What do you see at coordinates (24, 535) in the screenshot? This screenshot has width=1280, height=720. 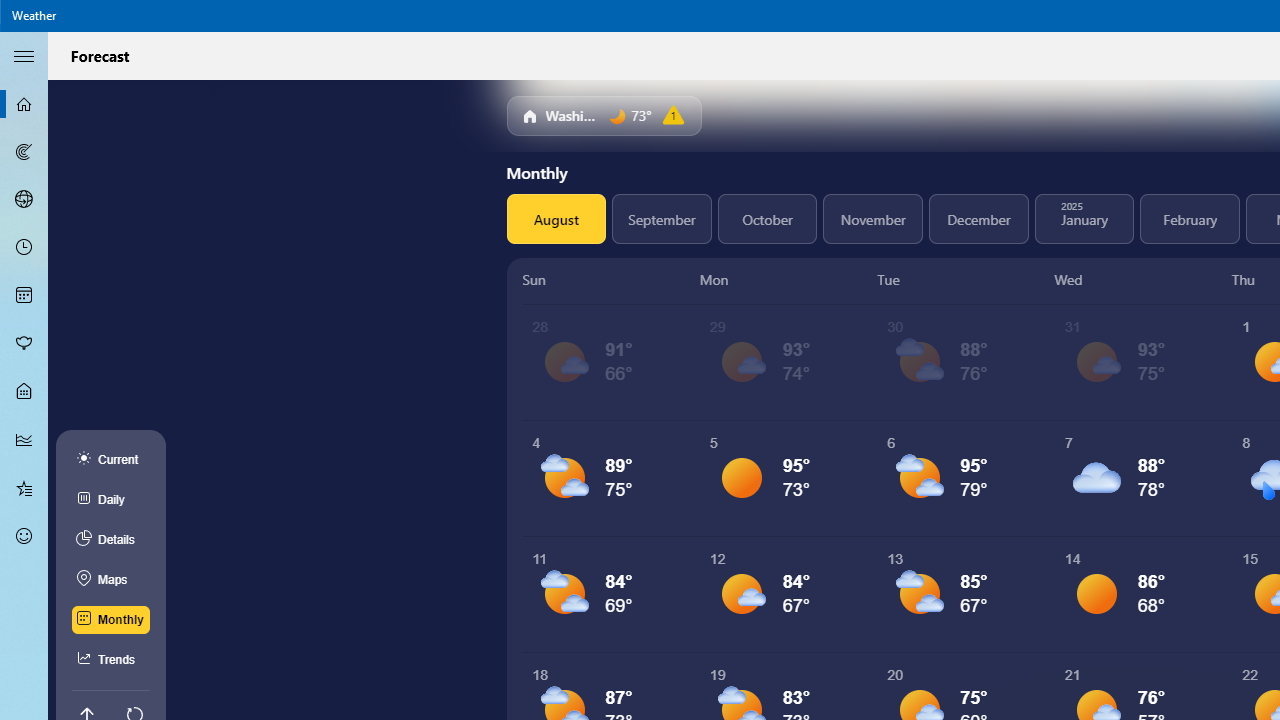 I see `'Send Feedback - Not Selected'` at bounding box center [24, 535].